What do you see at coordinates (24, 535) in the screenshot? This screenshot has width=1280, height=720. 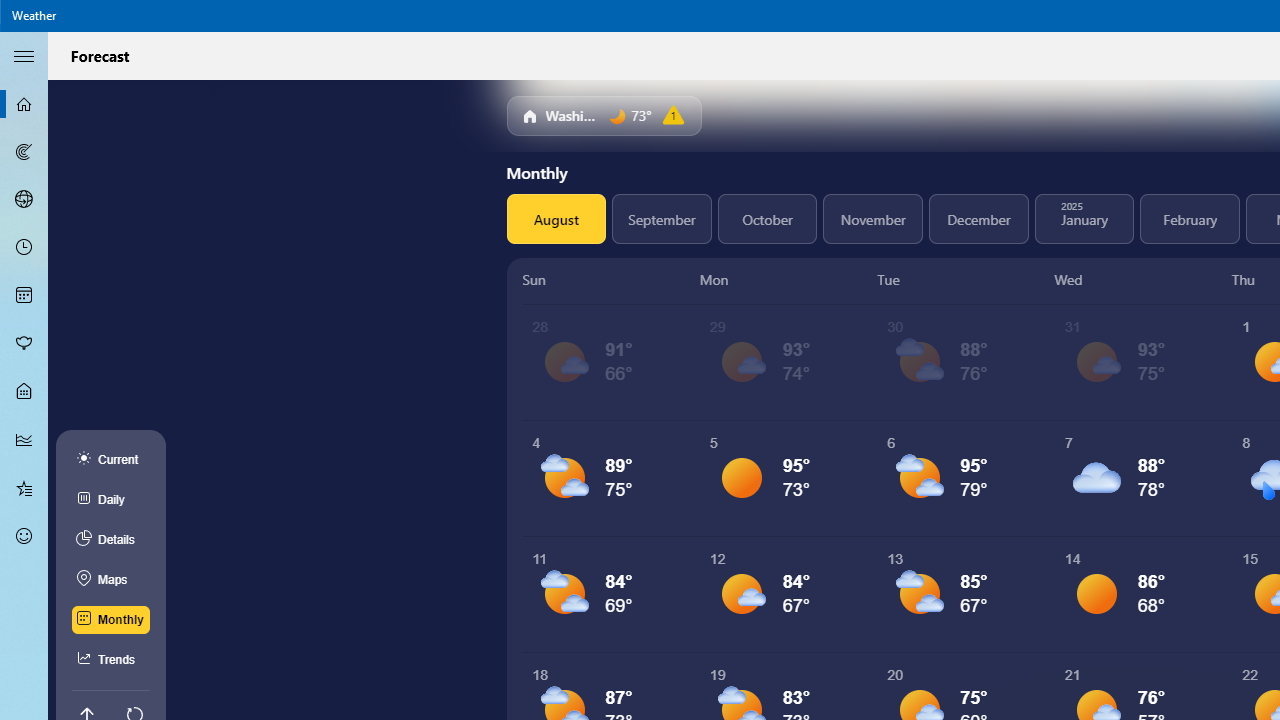 I see `'Send Feedback - Not Selected'` at bounding box center [24, 535].